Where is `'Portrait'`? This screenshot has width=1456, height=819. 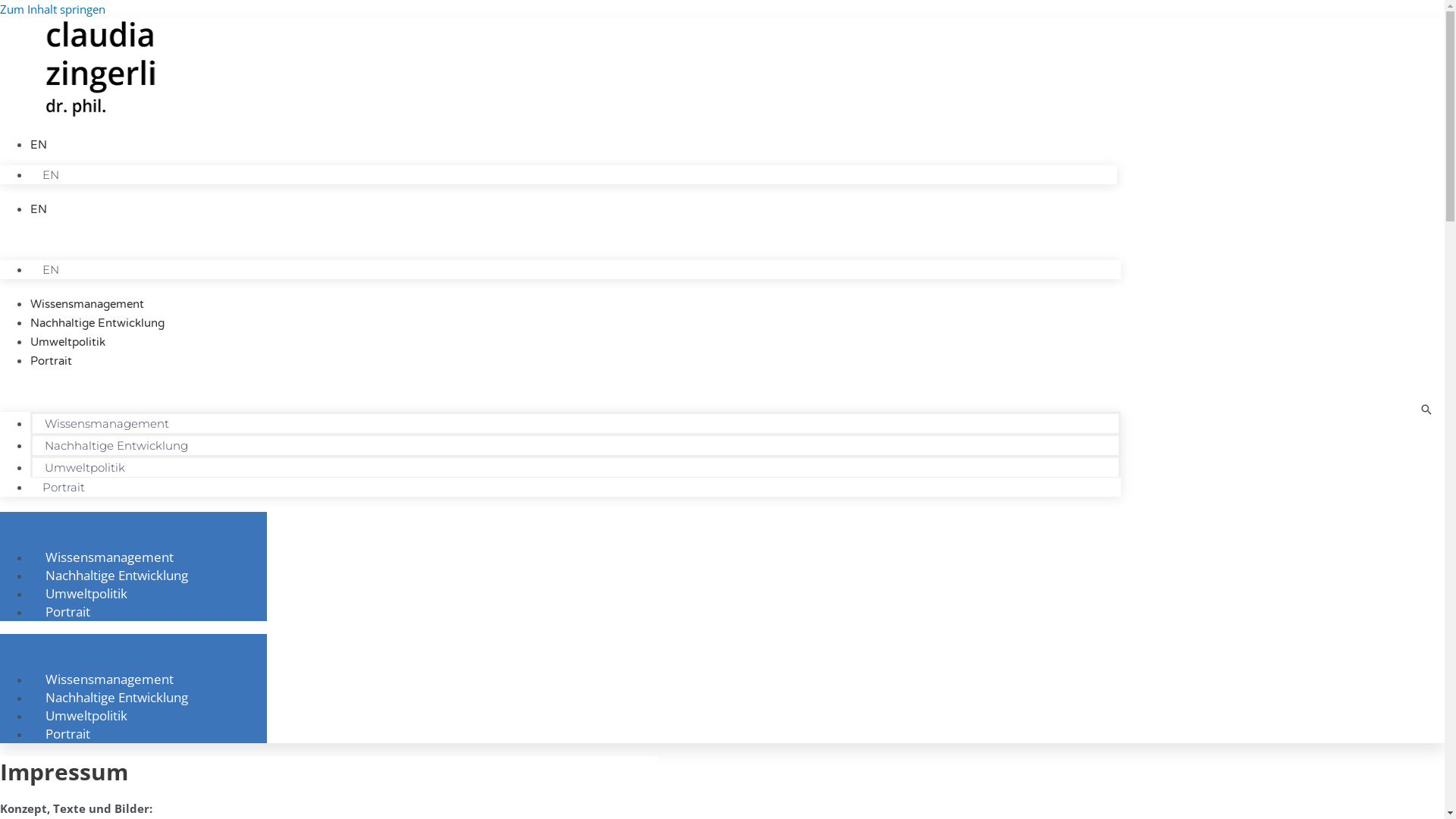 'Portrait' is located at coordinates (67, 733).